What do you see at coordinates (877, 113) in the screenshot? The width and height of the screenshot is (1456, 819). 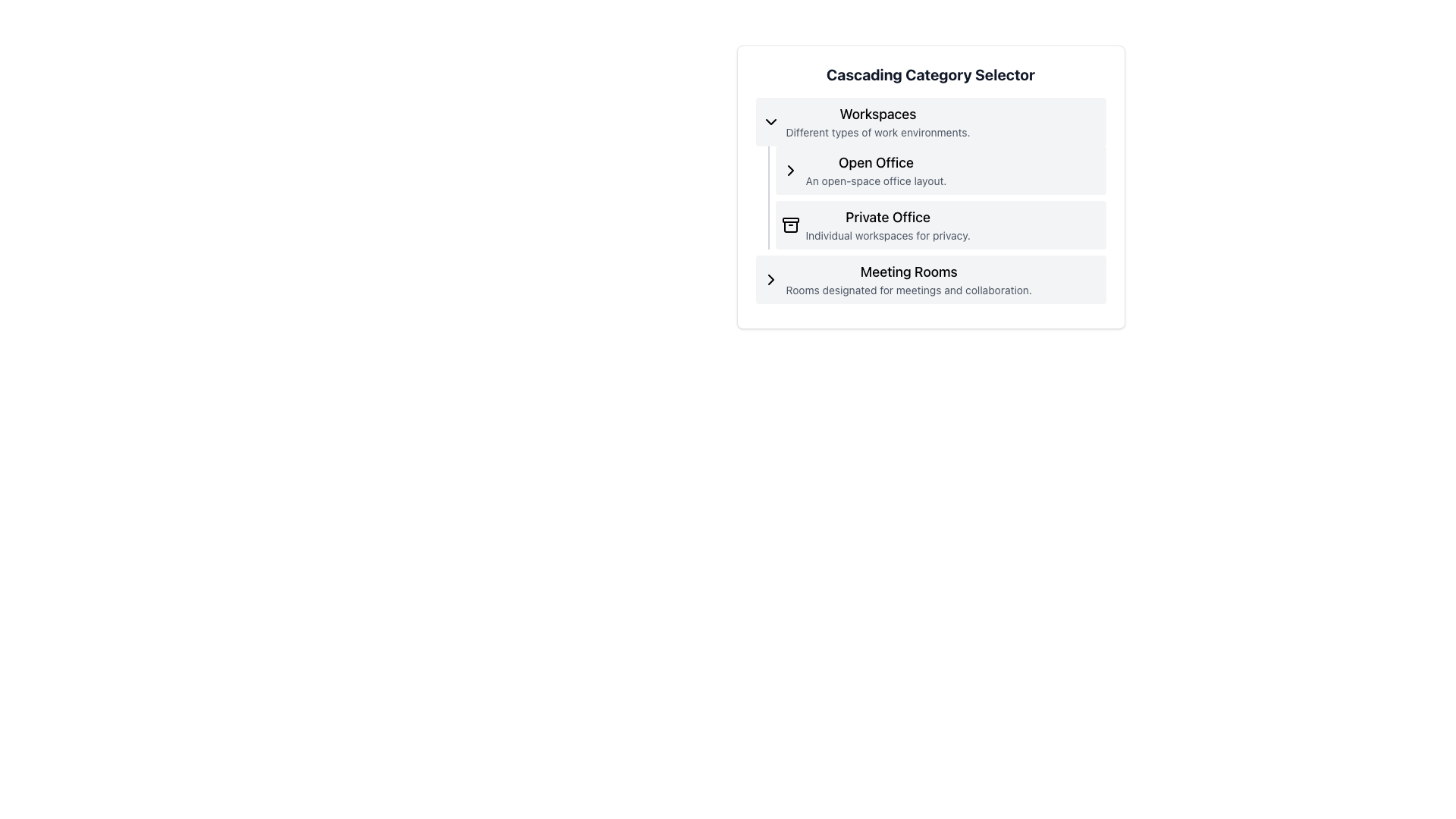 I see `the text label displaying 'Workspaces', which is styled with a larger and bolder font and is positioned at the top of the cascading category selector interface` at bounding box center [877, 113].